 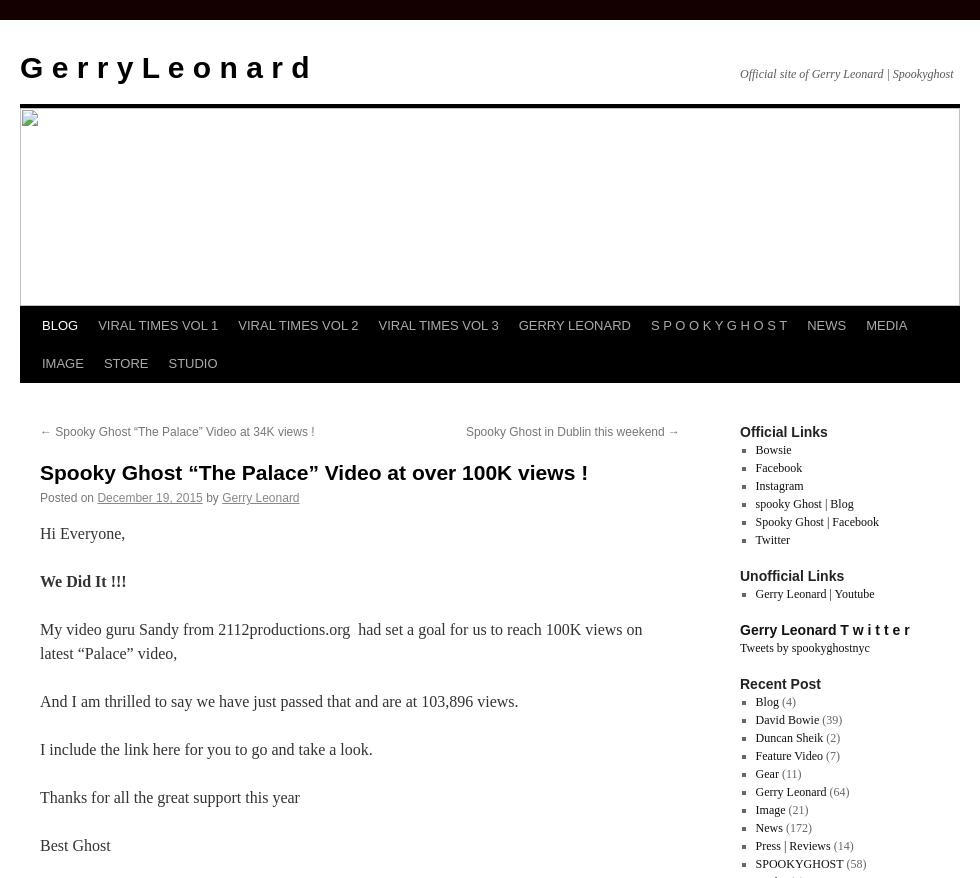 I want to click on '(21)', so click(x=796, y=809).